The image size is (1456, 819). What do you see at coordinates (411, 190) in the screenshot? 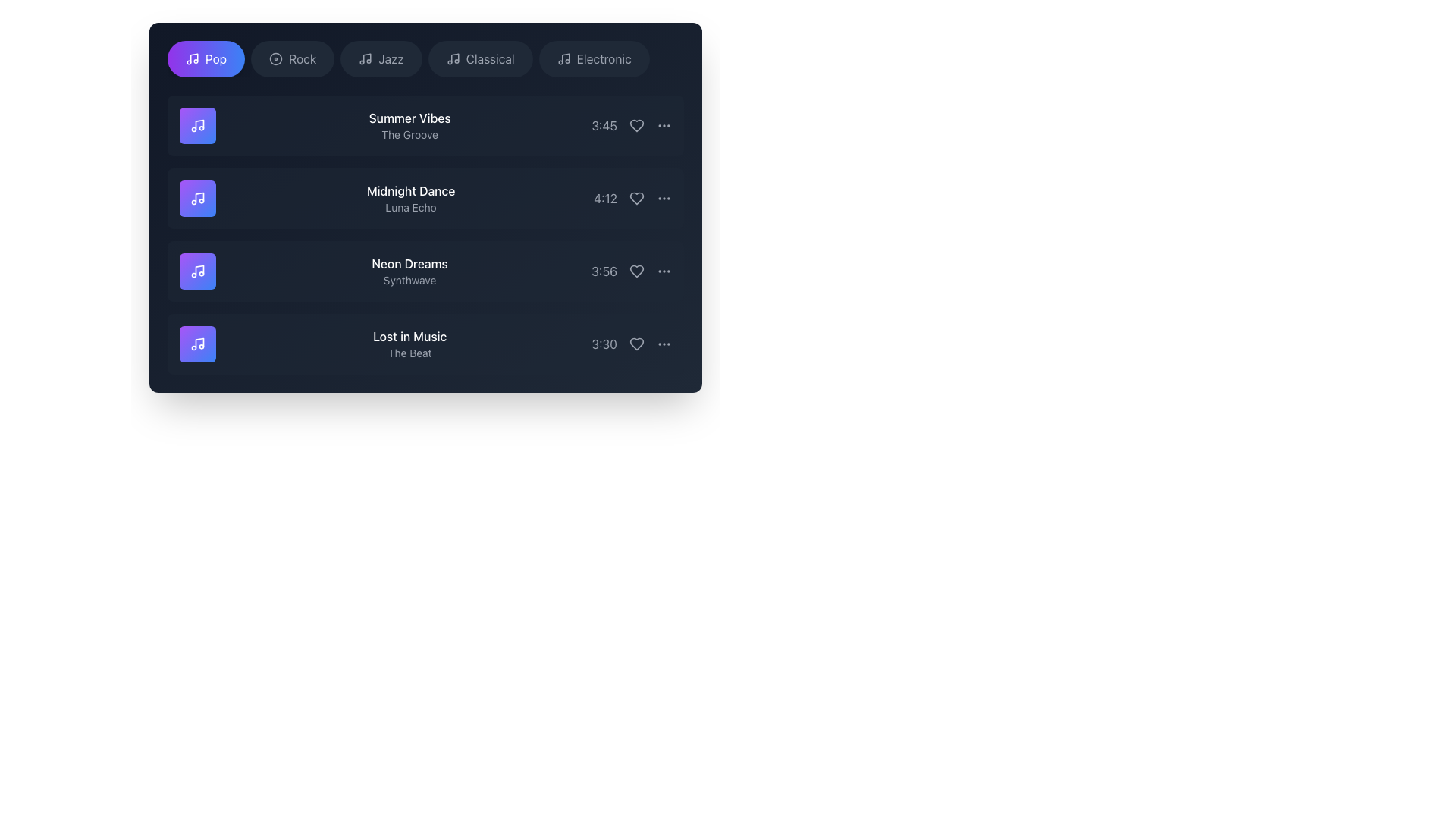
I see `text displayed in the Text Label, which serves as the title of a list item located in the second row of the vertically stacked list, centered horizontally above the sibling text 'Luna Echo'` at bounding box center [411, 190].